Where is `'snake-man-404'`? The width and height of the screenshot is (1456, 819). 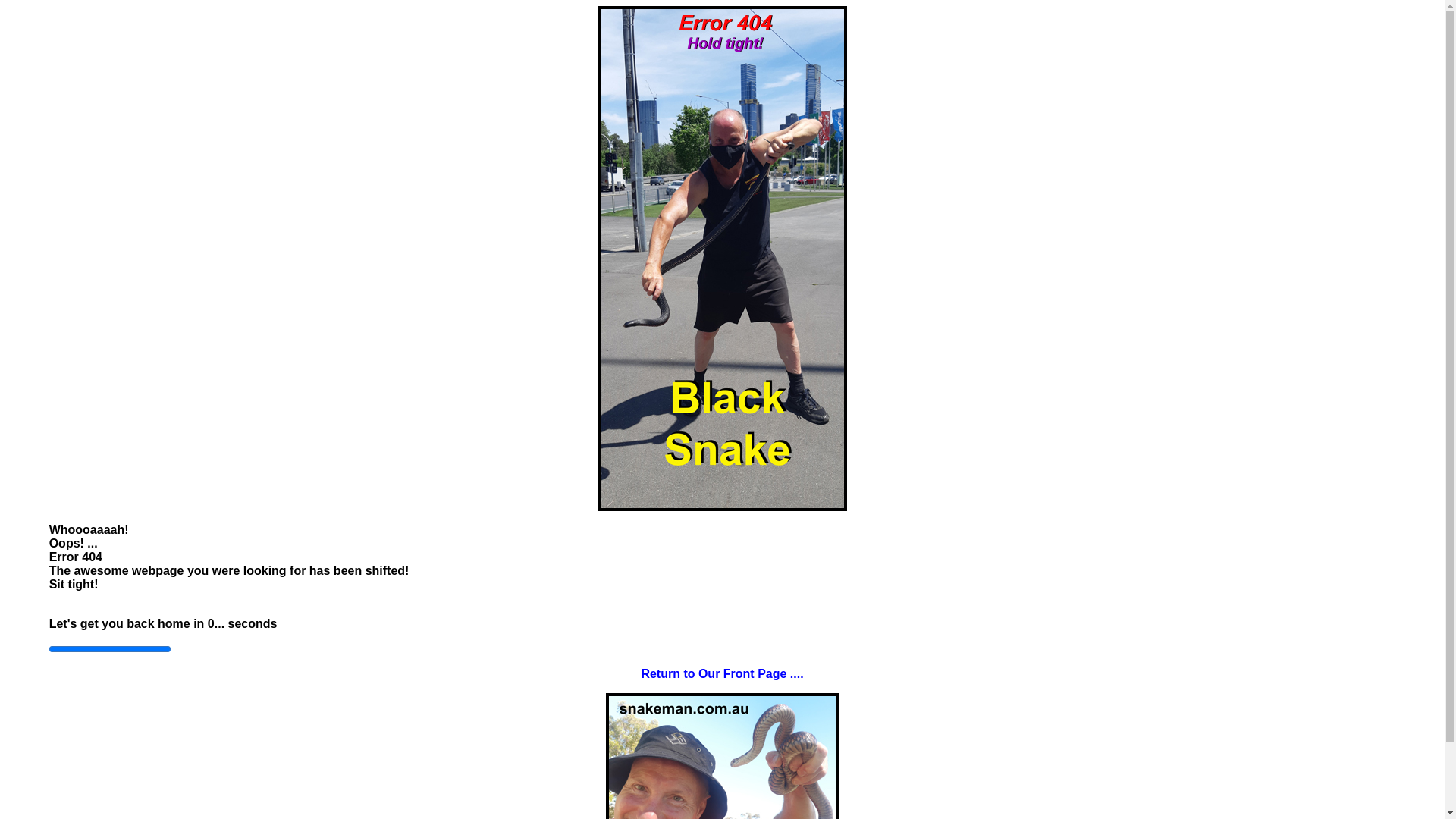
'snake-man-404' is located at coordinates (720, 257).